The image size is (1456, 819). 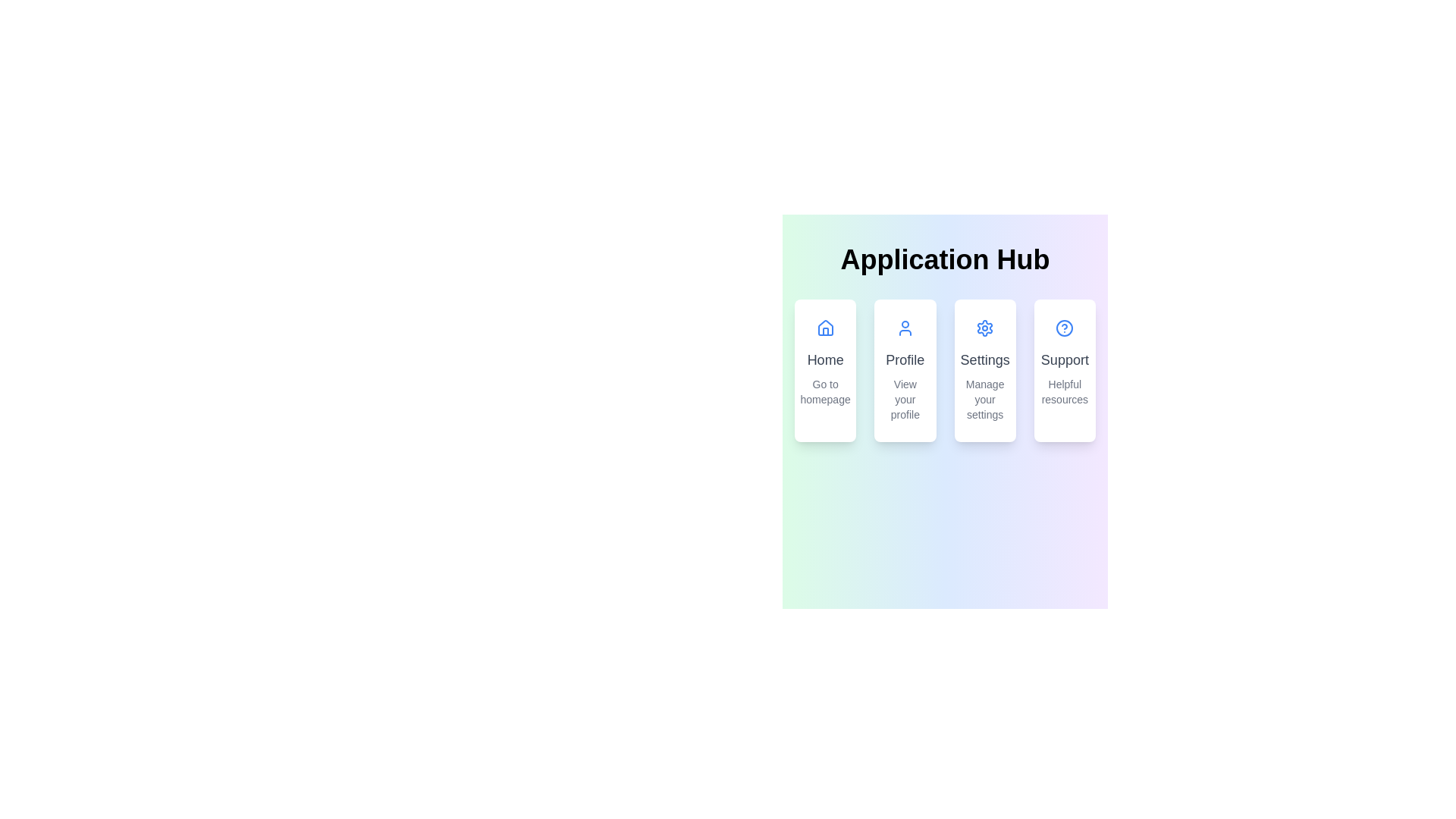 What do you see at coordinates (824, 371) in the screenshot?
I see `the first Hyperlink Card in the 'Application Hub' grid` at bounding box center [824, 371].